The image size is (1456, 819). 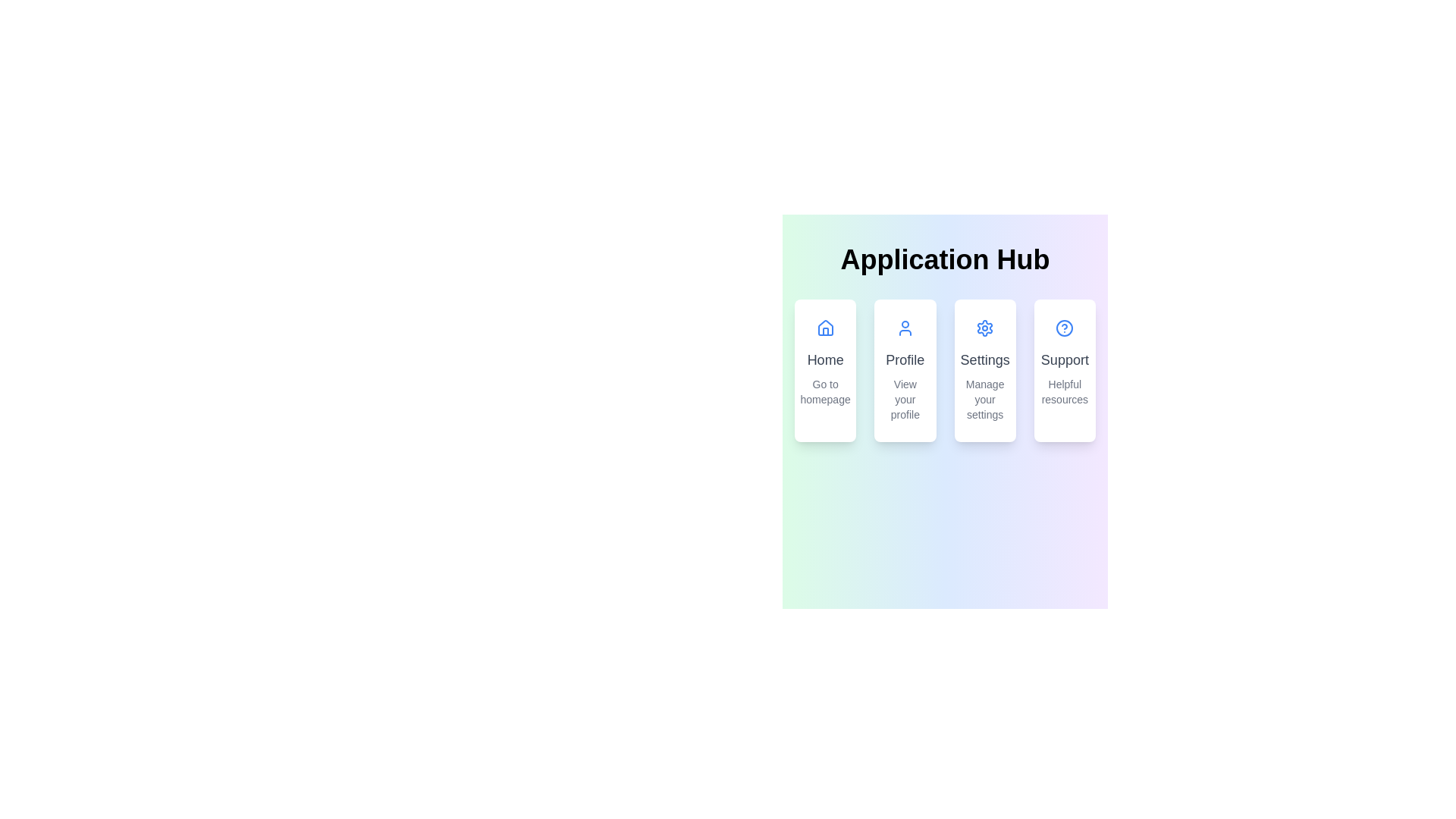 What do you see at coordinates (824, 371) in the screenshot?
I see `the first Hyperlink Card in the 'Application Hub' grid` at bounding box center [824, 371].